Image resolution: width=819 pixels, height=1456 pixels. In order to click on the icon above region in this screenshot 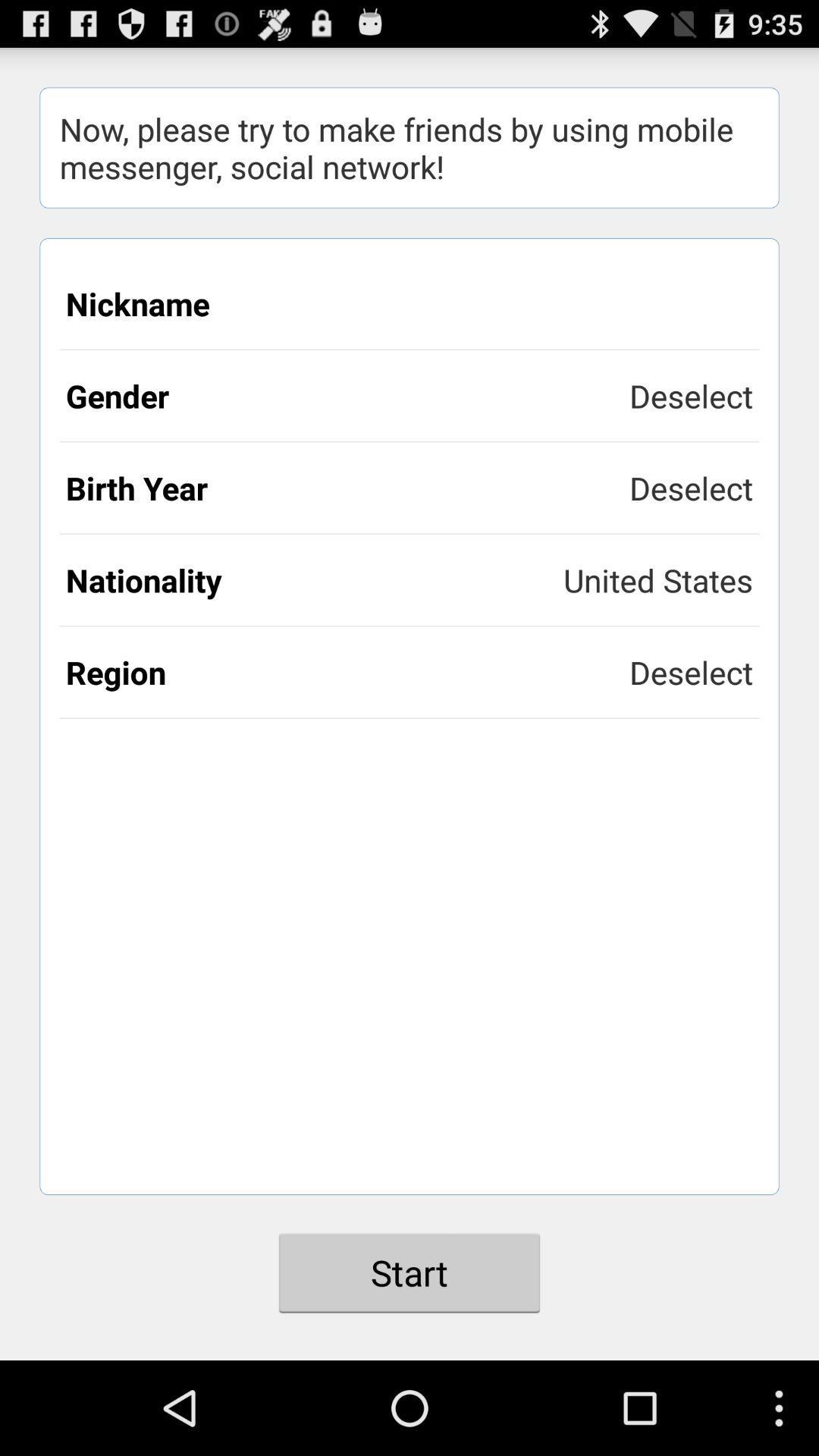, I will do `click(657, 579)`.